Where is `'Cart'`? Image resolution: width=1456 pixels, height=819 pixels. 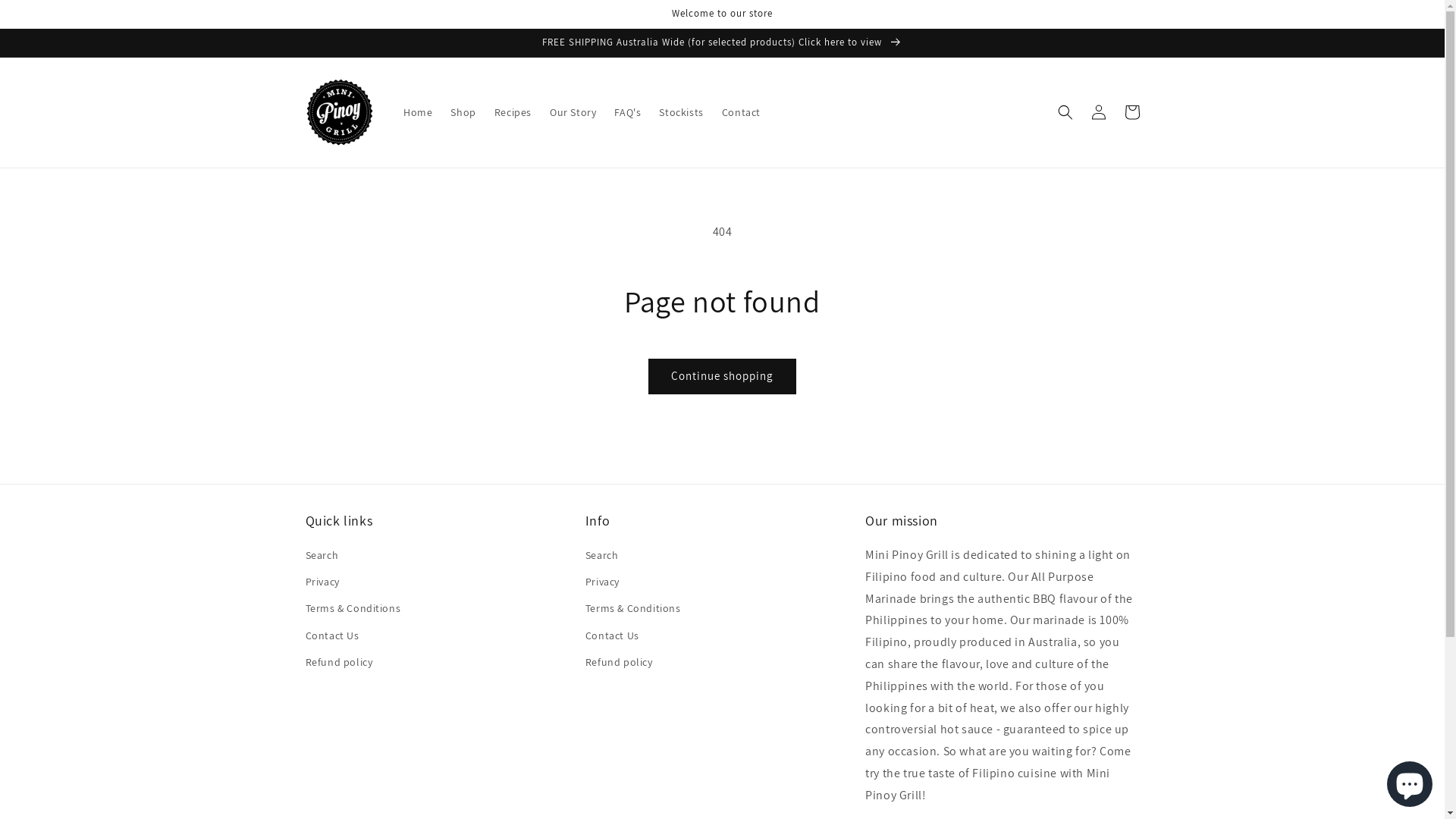
'Cart' is located at coordinates (1131, 111).